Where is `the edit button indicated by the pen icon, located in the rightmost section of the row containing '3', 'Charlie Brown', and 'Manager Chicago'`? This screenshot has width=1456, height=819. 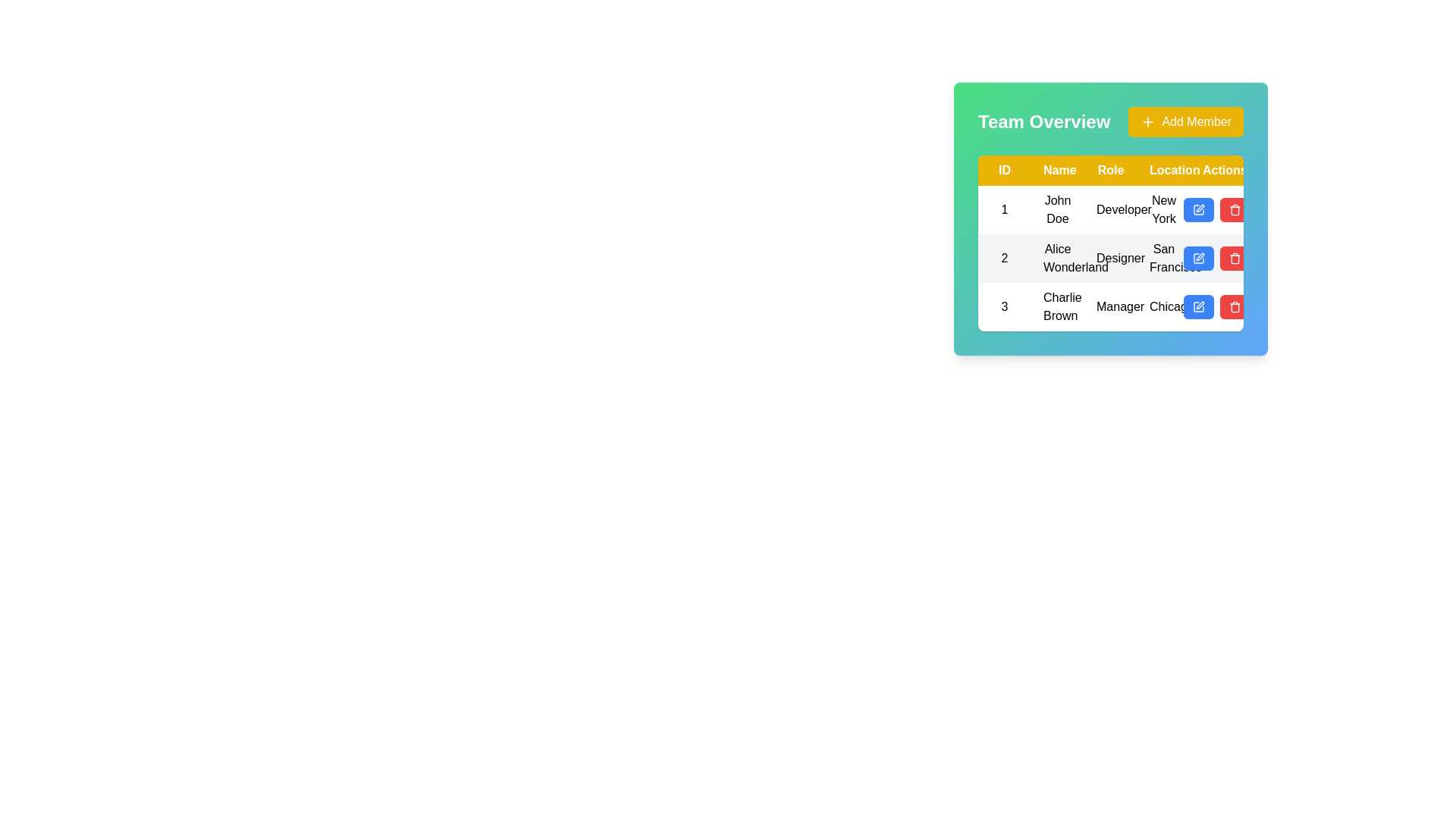
the edit button indicated by the pen icon, located in the rightmost section of the row containing '3', 'Charlie Brown', and 'Manager Chicago' is located at coordinates (1216, 307).